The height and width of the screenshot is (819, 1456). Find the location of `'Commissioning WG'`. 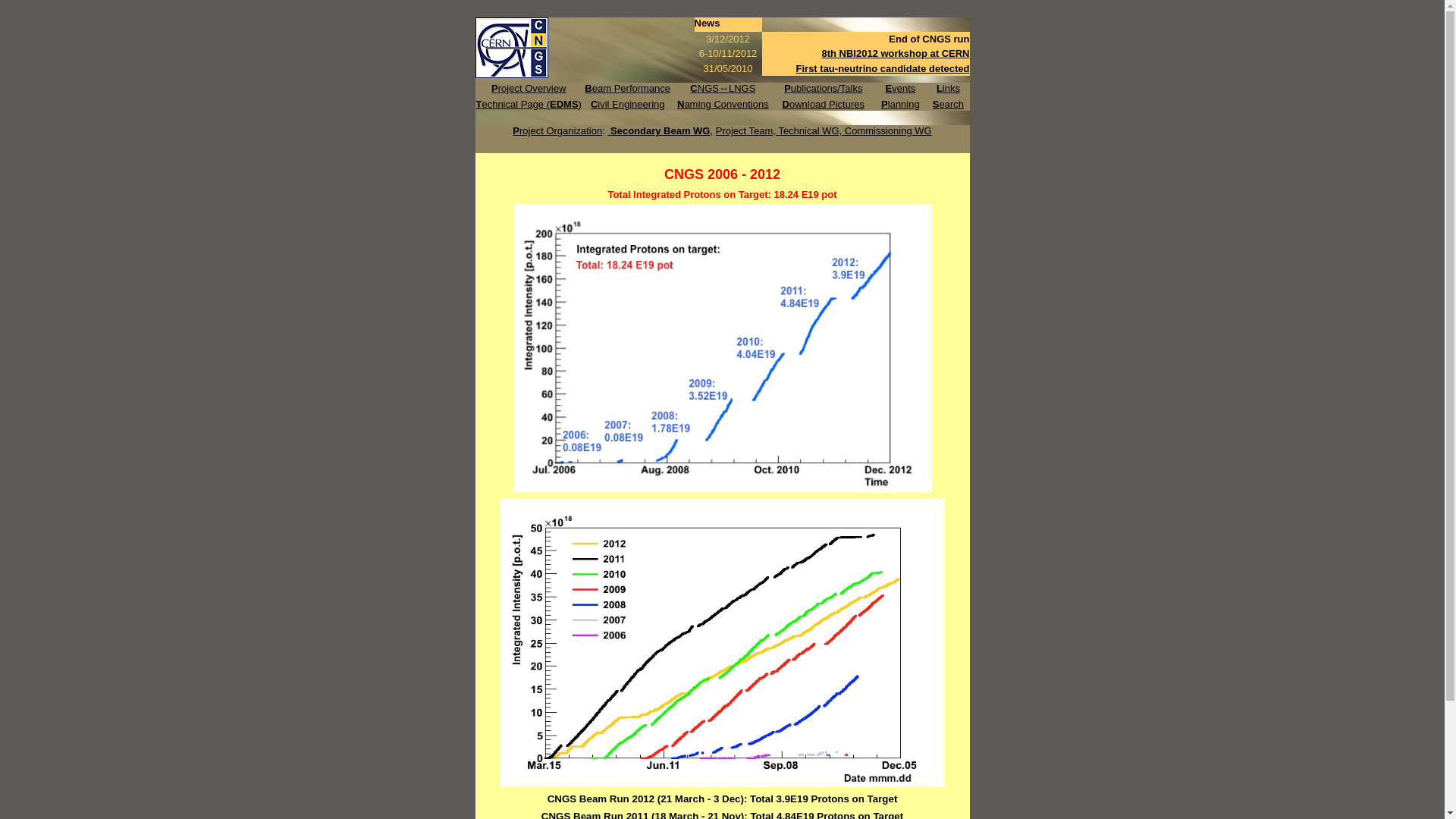

'Commissioning WG' is located at coordinates (888, 130).